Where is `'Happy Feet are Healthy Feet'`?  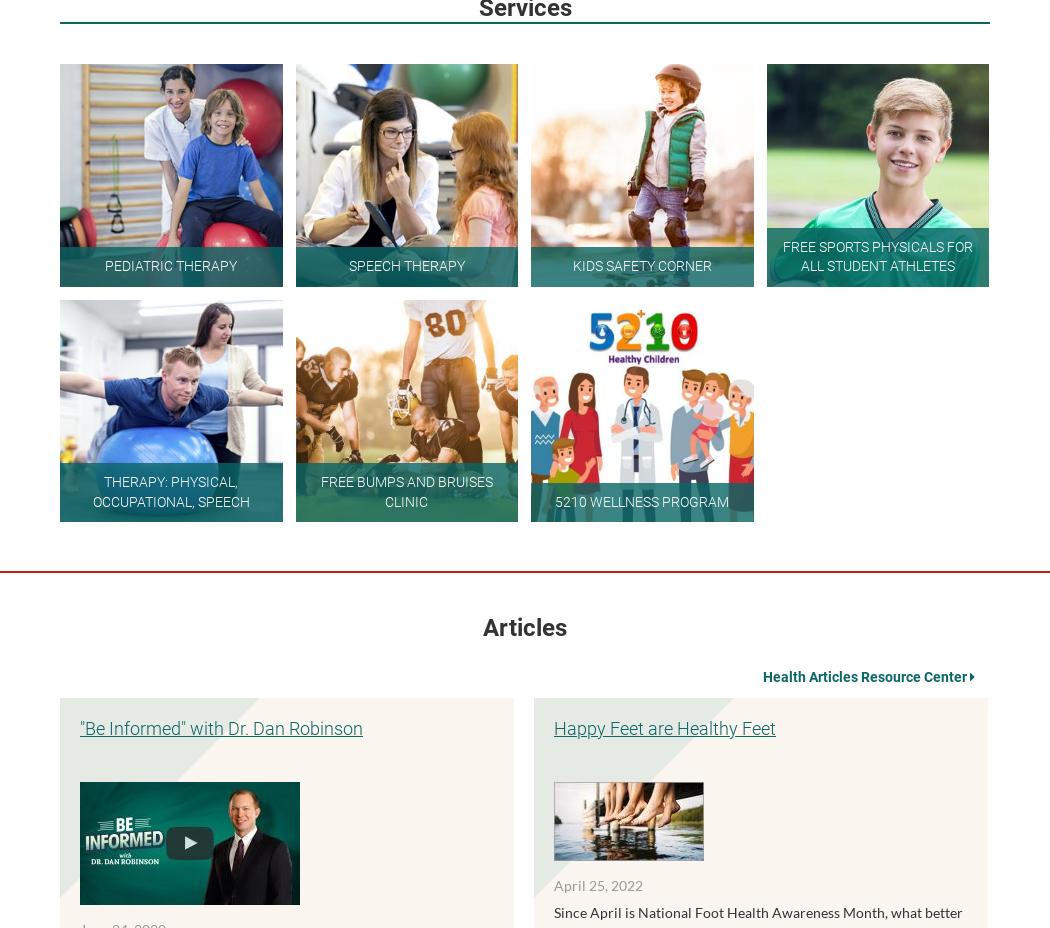 'Happy Feet are Healthy Feet' is located at coordinates (663, 726).